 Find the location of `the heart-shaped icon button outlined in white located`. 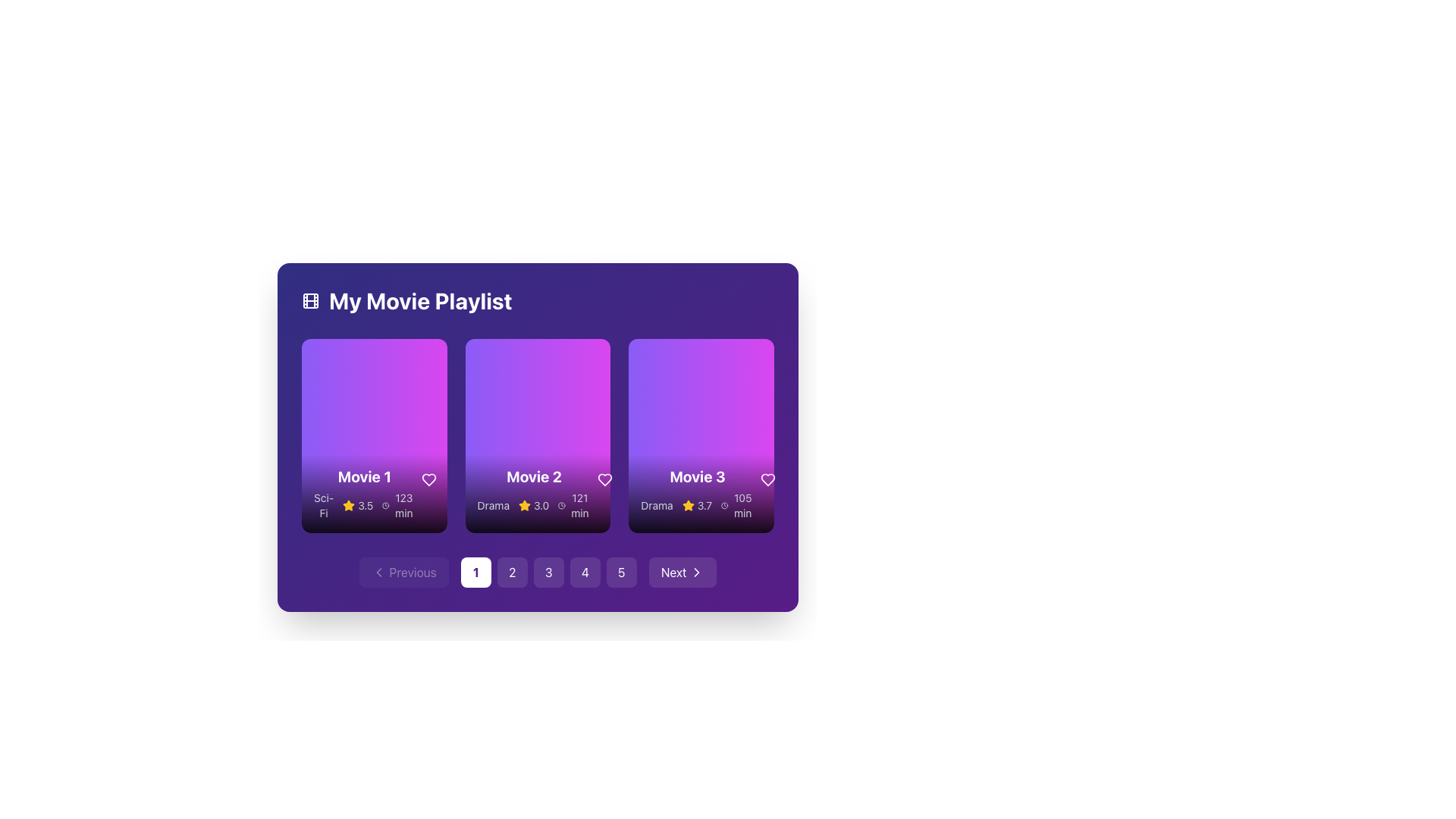

the heart-shaped icon button outlined in white located is located at coordinates (767, 479).